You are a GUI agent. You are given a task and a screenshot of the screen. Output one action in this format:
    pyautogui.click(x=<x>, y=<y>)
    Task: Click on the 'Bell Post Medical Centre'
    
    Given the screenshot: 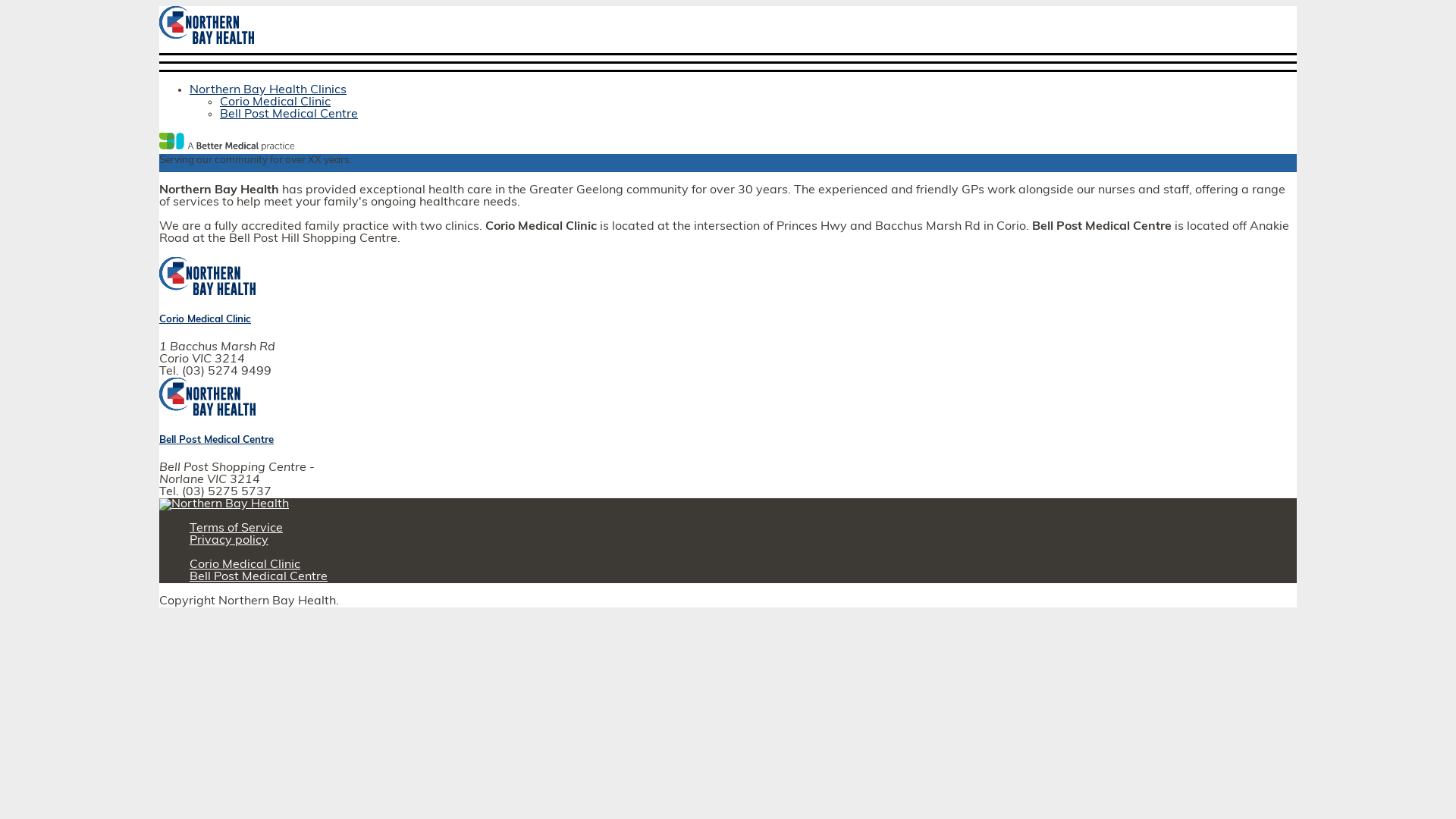 What is the action you would take?
    pyautogui.click(x=258, y=576)
    